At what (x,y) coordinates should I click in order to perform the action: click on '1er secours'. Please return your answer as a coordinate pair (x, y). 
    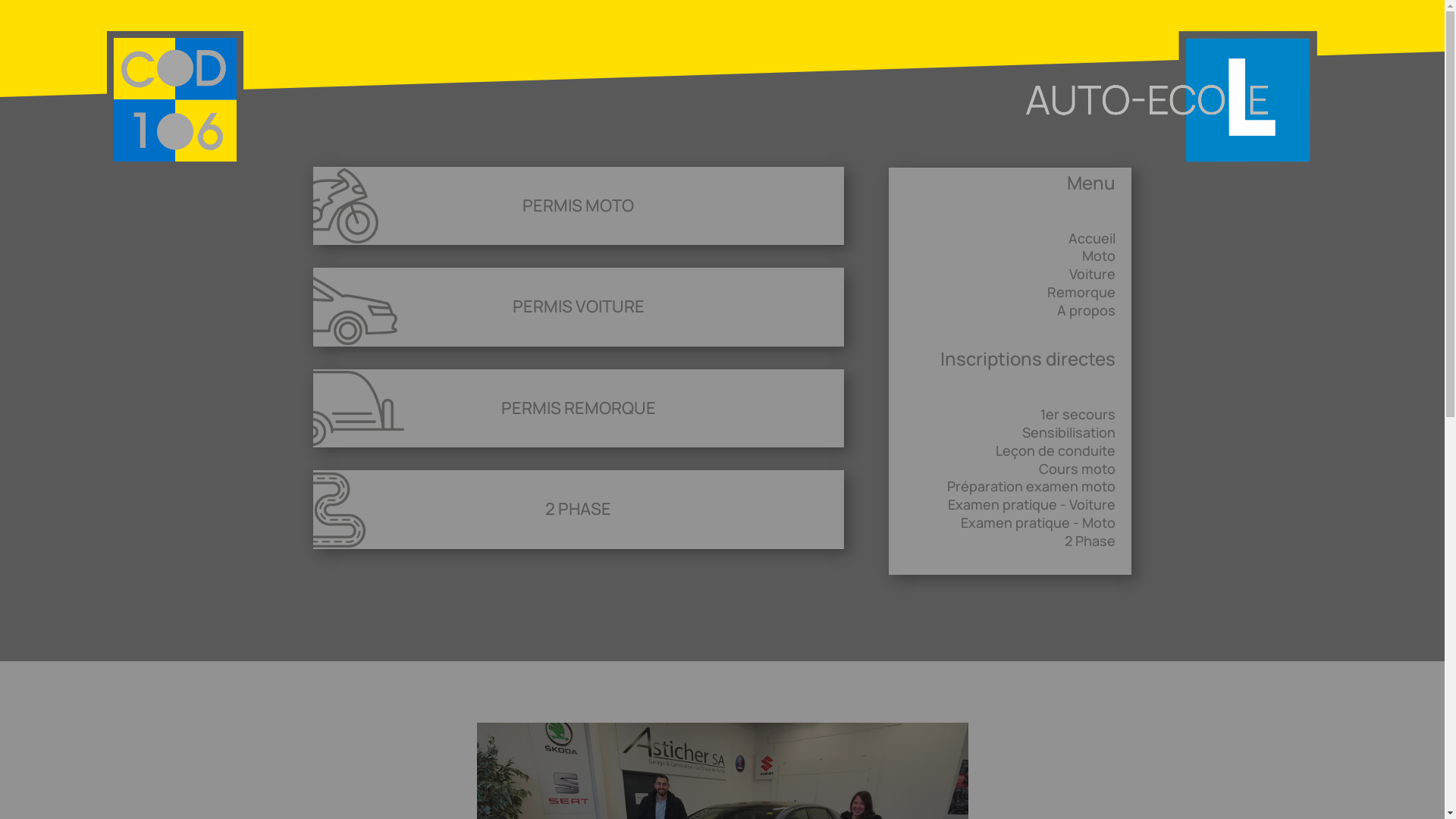
    Looking at the image, I should click on (1040, 414).